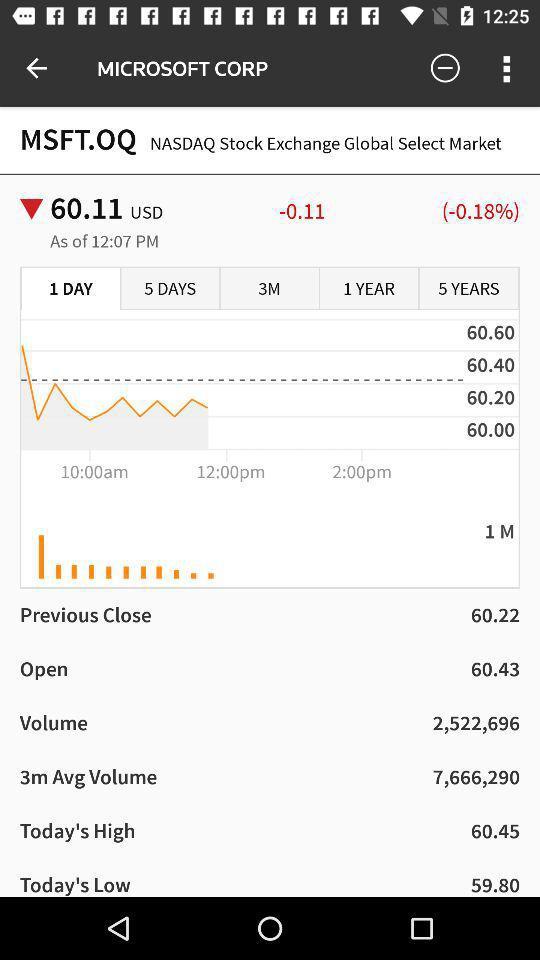 This screenshot has width=540, height=960. What do you see at coordinates (468, 288) in the screenshot?
I see `the icon next to 1 year item` at bounding box center [468, 288].